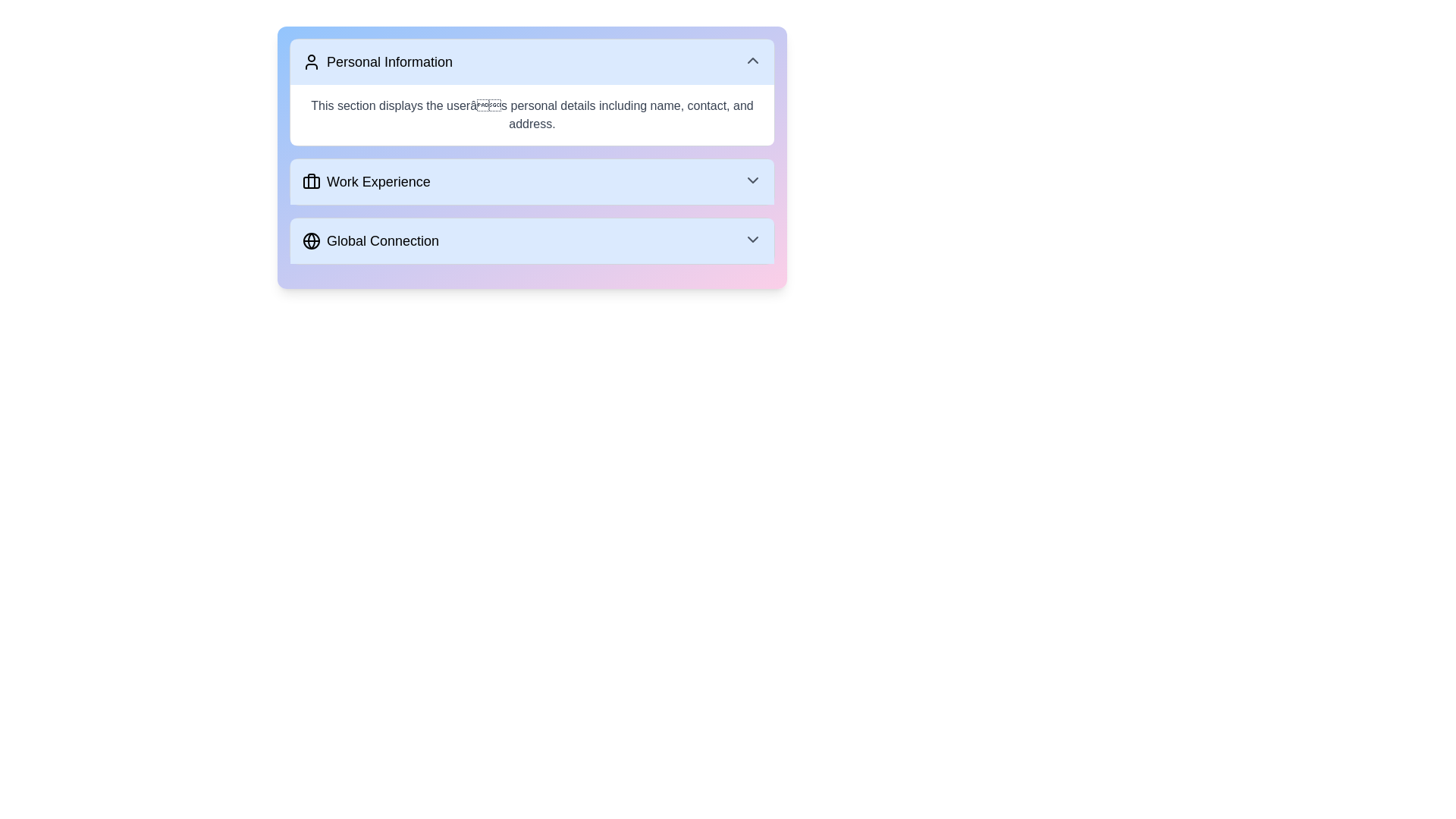 The height and width of the screenshot is (819, 1456). What do you see at coordinates (532, 114) in the screenshot?
I see `the Informative Section that provides details about the user's personal information, located below the 'Personal Information' heading` at bounding box center [532, 114].